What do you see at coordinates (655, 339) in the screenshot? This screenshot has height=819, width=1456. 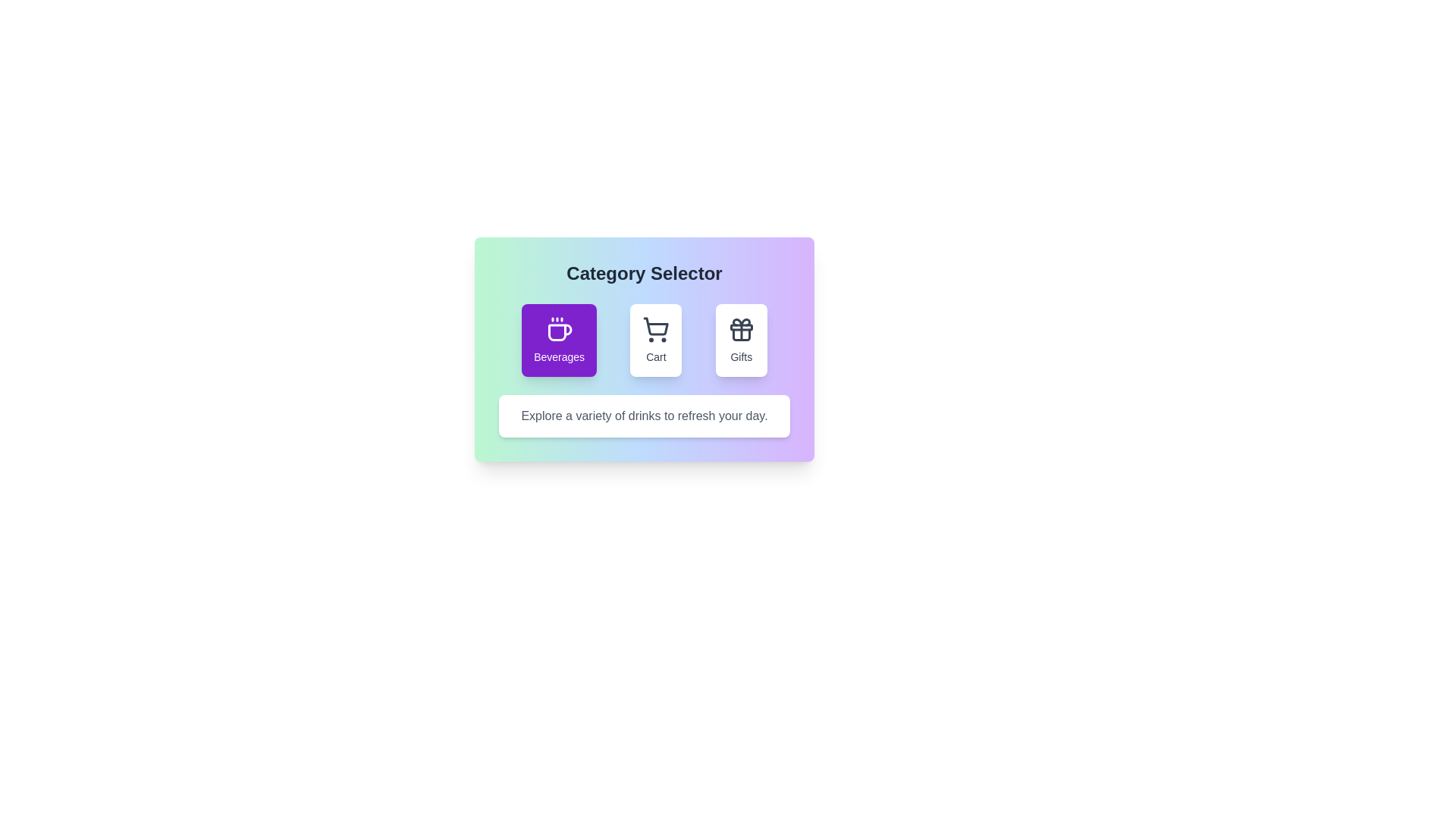 I see `the category button corresponding to Cart to view its icon` at bounding box center [655, 339].